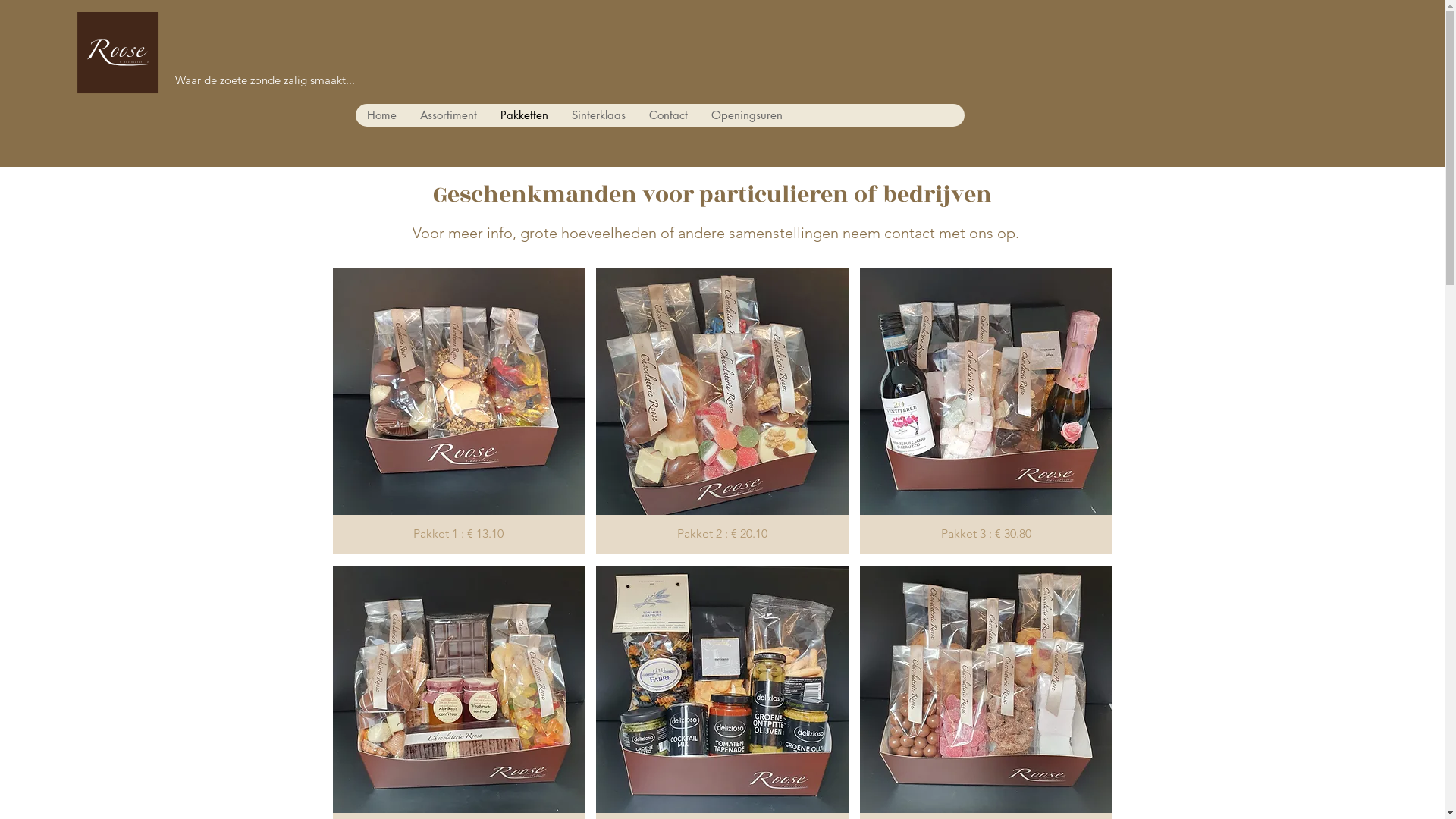 This screenshot has width=1456, height=819. I want to click on 'Sinterklaas', so click(559, 114).